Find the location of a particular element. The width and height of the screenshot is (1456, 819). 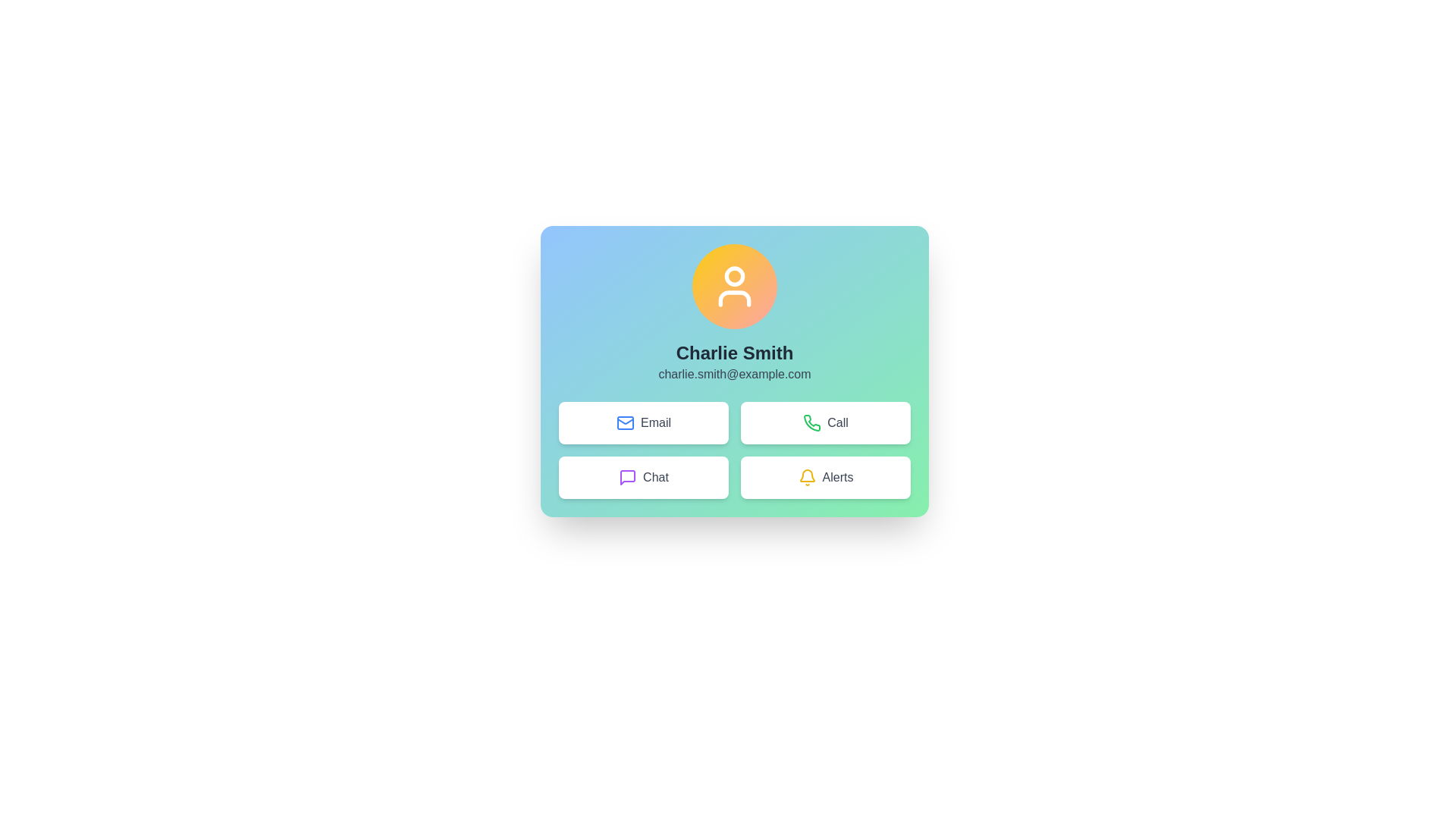

the speech bubble icon representing the chat function, which is located adjacent to the 'Chat' button text in the bottom-left quadrant of the interface is located at coordinates (628, 476).